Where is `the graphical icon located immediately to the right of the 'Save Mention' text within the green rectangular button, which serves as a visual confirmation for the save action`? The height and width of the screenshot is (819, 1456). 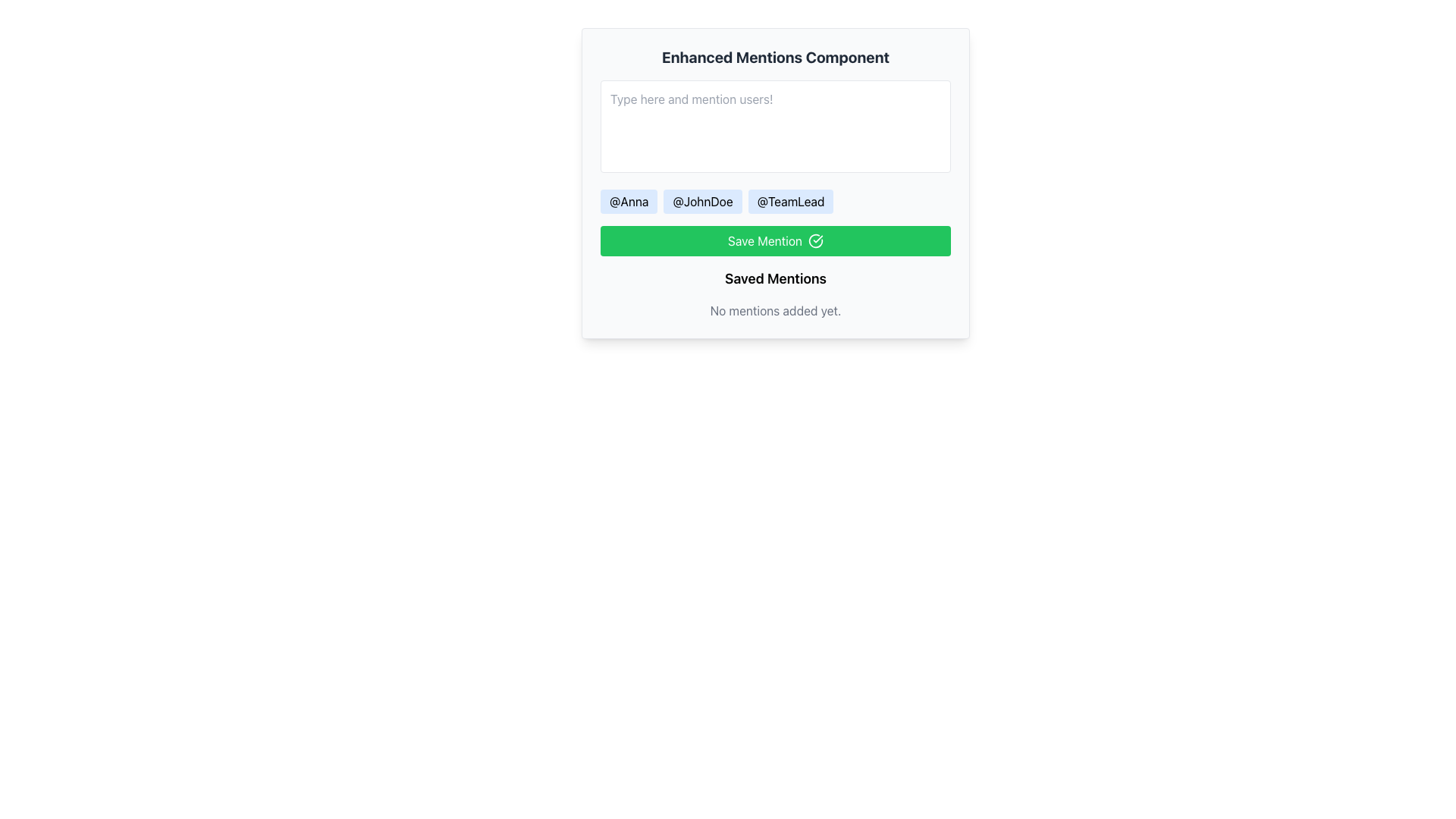
the graphical icon located immediately to the right of the 'Save Mention' text within the green rectangular button, which serves as a visual confirmation for the save action is located at coordinates (814, 240).